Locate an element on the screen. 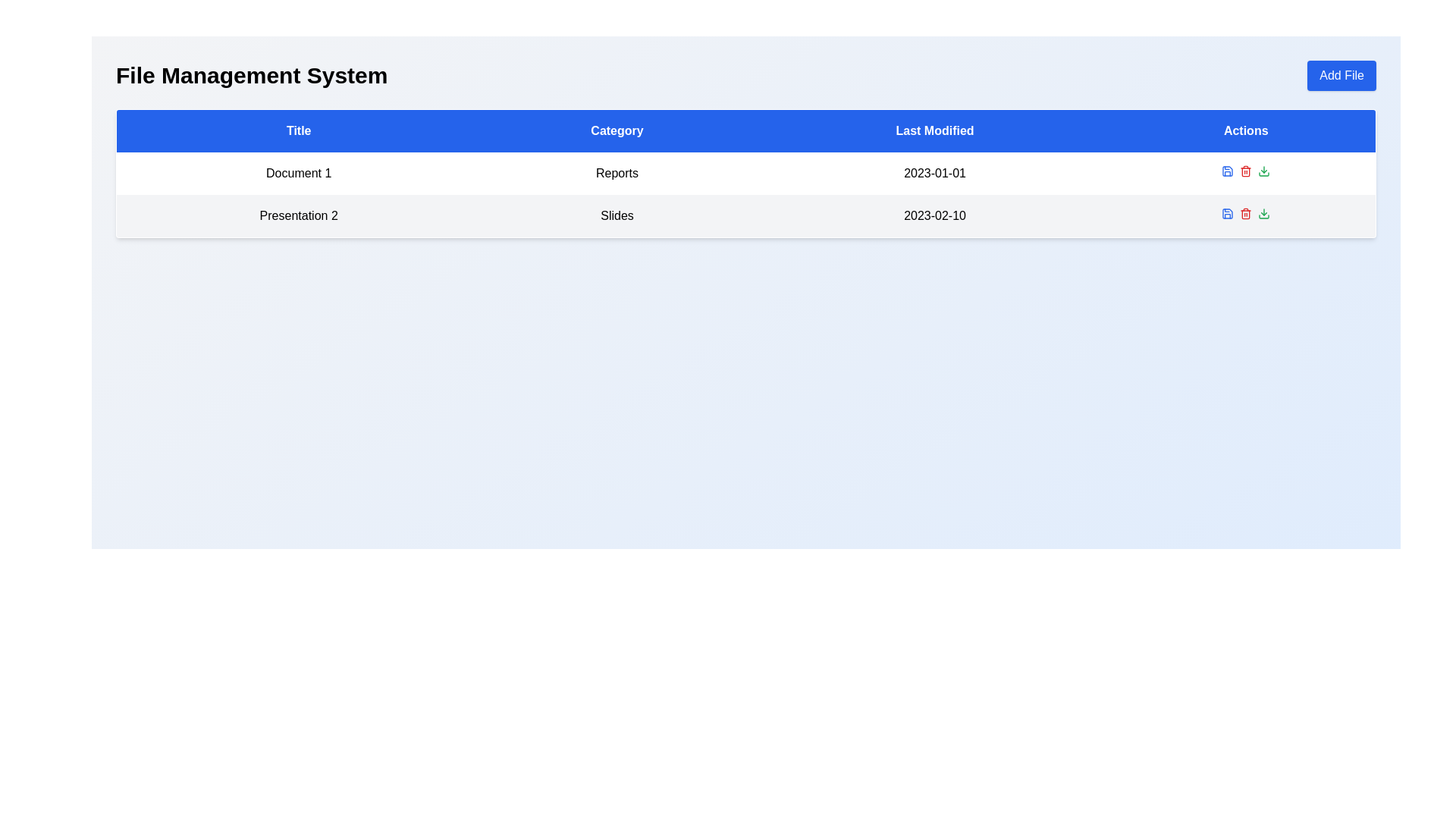  the red trash icon button located in the 'Actions' column of the first row in the table is located at coordinates (1246, 171).